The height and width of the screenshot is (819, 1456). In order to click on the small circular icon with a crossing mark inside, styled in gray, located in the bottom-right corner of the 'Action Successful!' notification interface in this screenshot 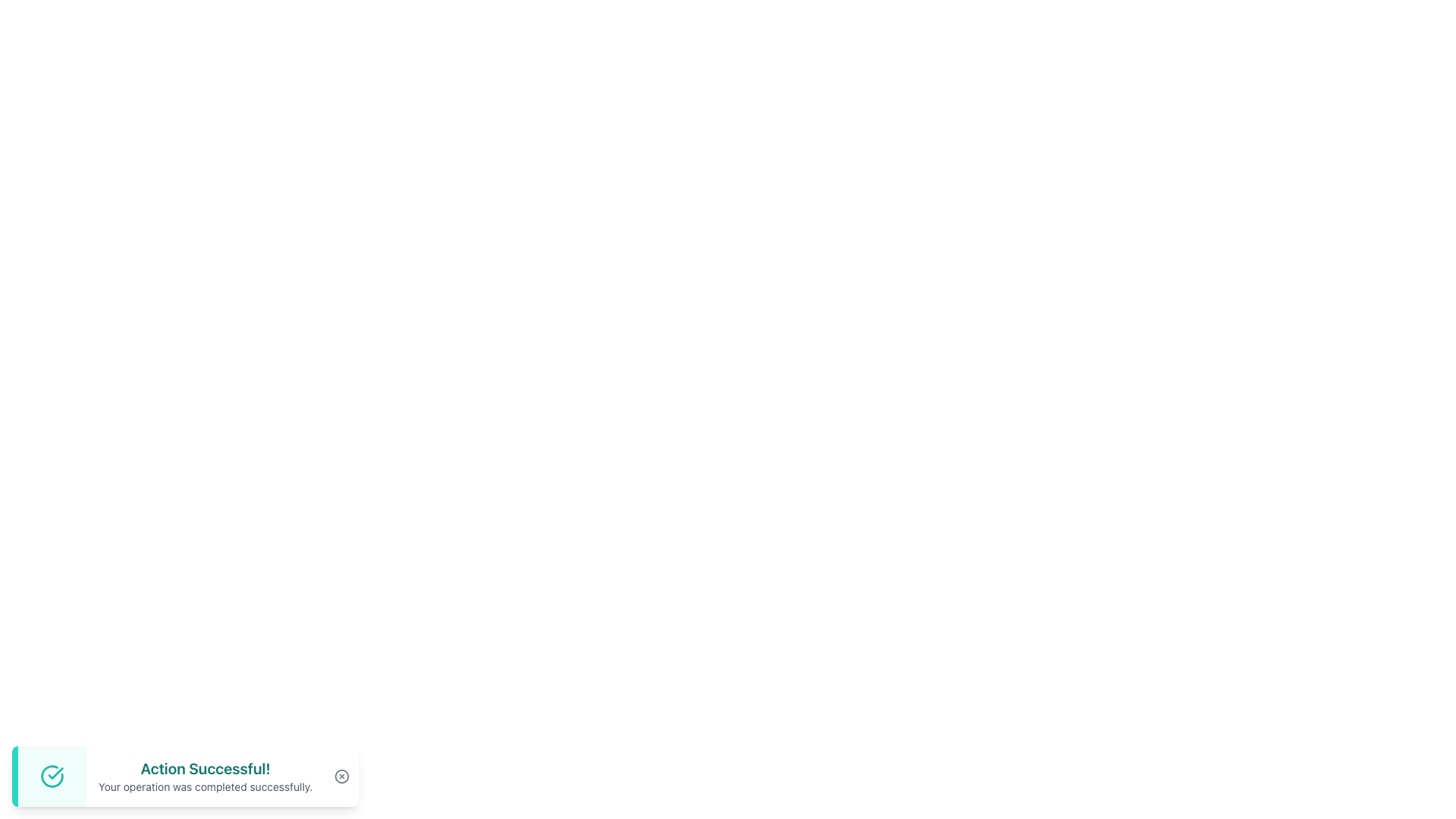, I will do `click(340, 776)`.